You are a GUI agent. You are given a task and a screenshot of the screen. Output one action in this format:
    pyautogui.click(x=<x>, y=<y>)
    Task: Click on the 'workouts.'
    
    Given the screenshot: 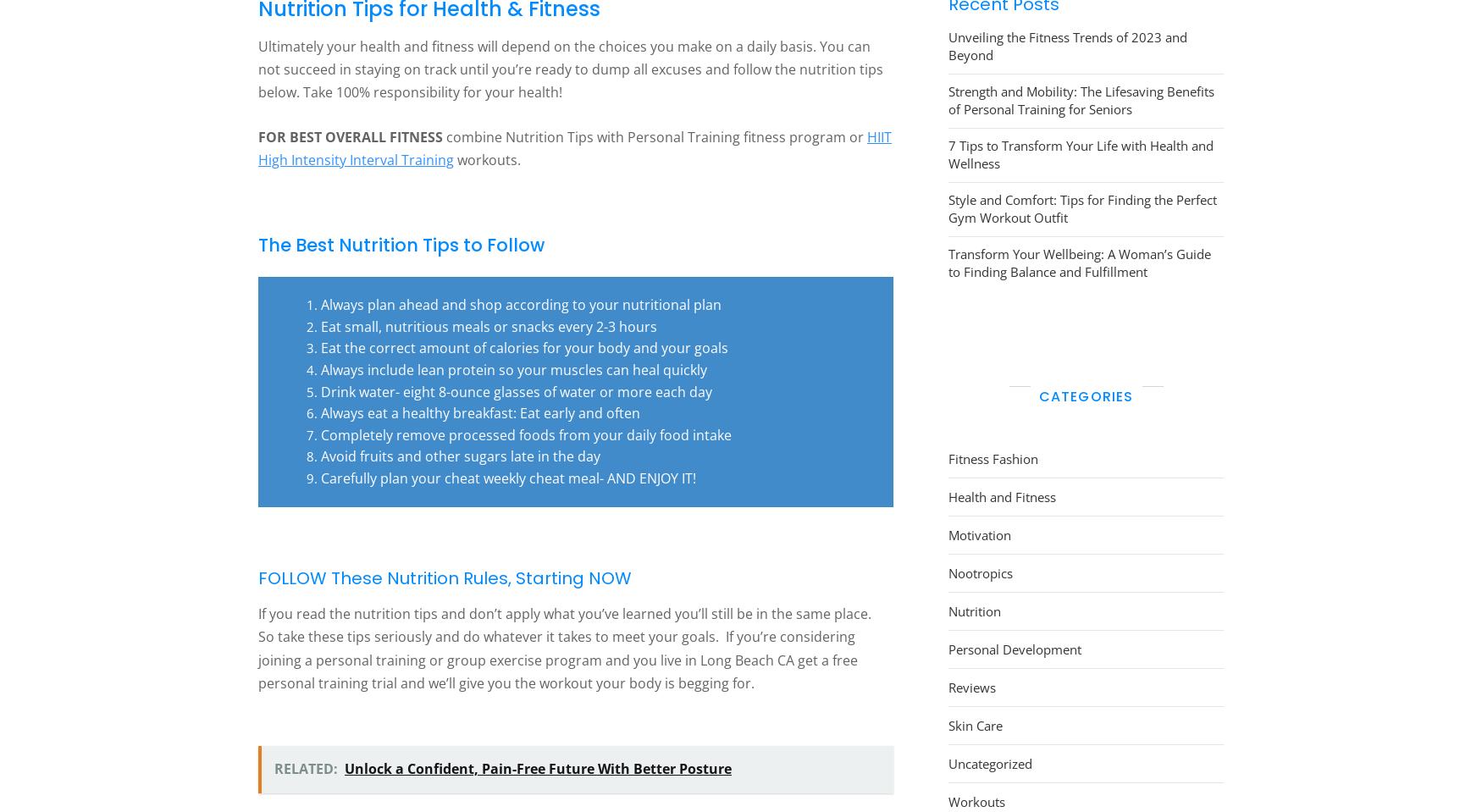 What is the action you would take?
    pyautogui.click(x=487, y=157)
    